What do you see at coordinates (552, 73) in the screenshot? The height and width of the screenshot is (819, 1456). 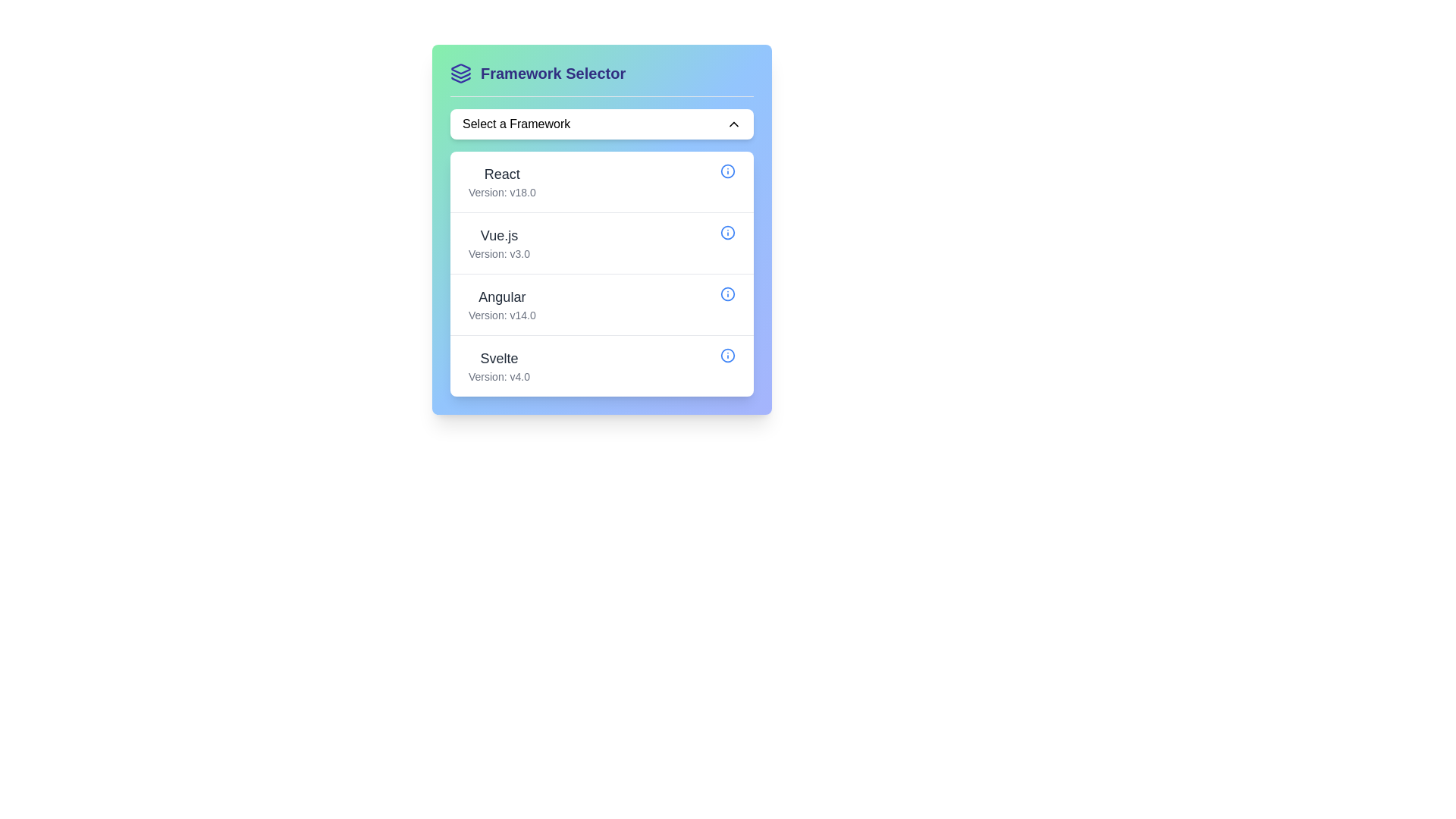 I see `the 'Framework Selector' text label styled in bold, large, indigo font` at bounding box center [552, 73].